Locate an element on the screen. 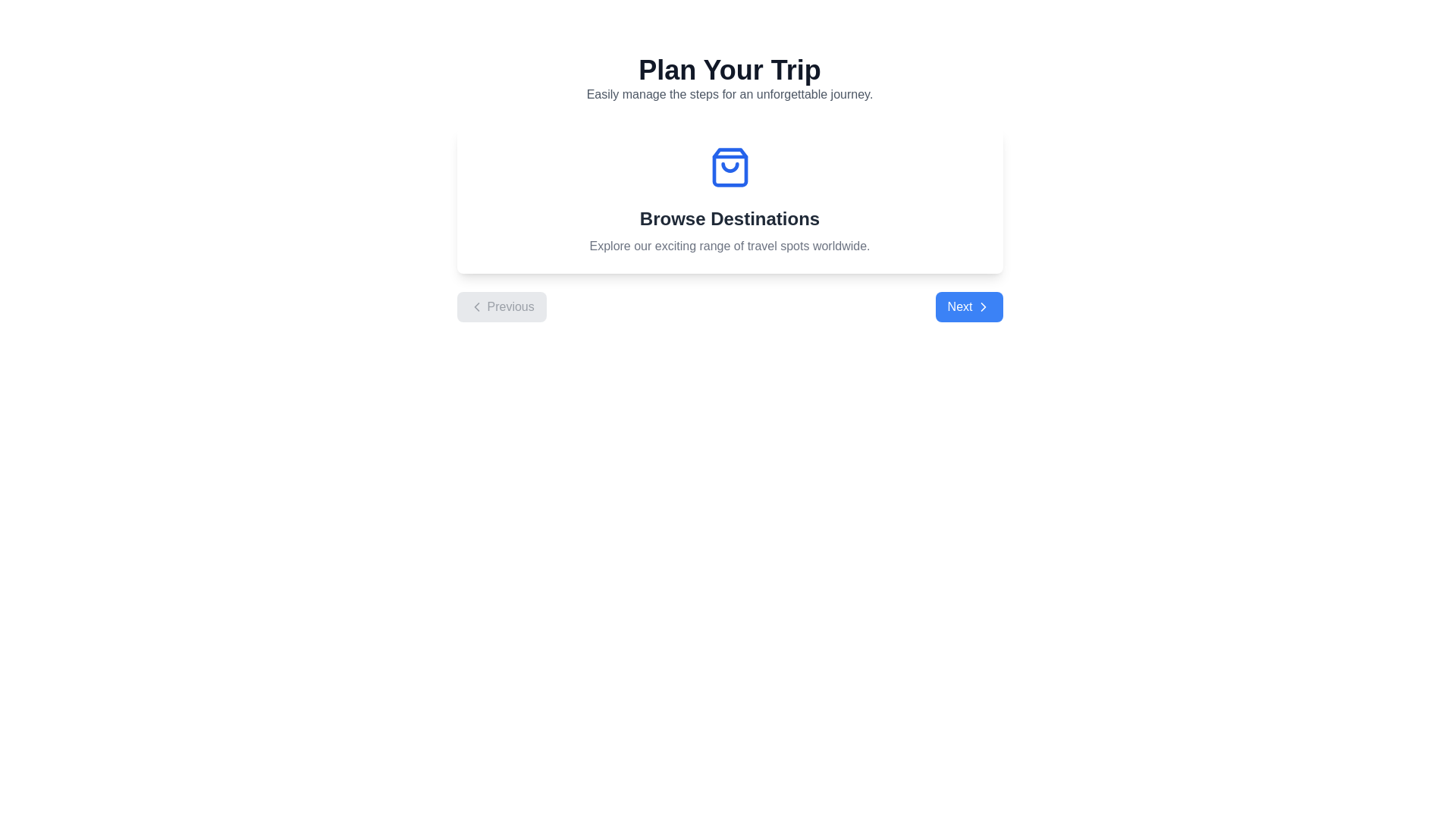 This screenshot has width=1456, height=819. the shopping bag icon with blue outlines located centrally within the card section below 'Plan Your Trip' and above 'Browse Destinations' is located at coordinates (730, 167).